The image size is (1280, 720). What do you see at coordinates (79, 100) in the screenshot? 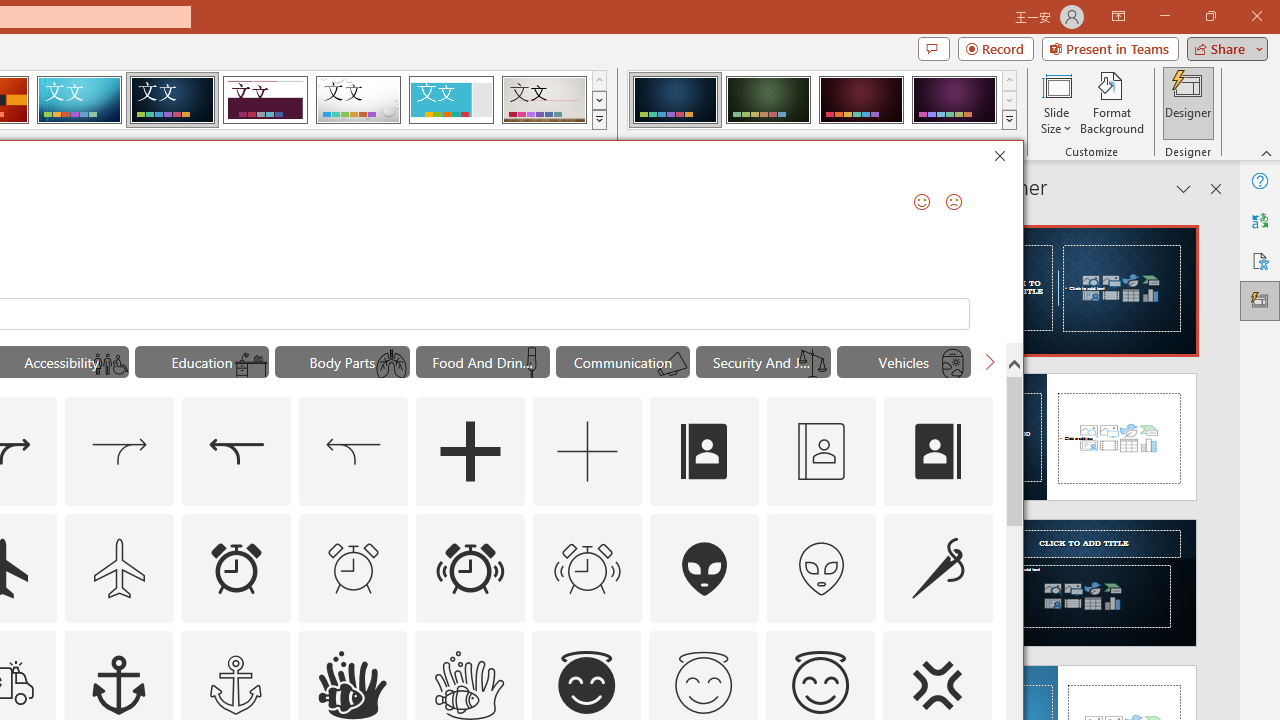
I see `'Circuit'` at bounding box center [79, 100].